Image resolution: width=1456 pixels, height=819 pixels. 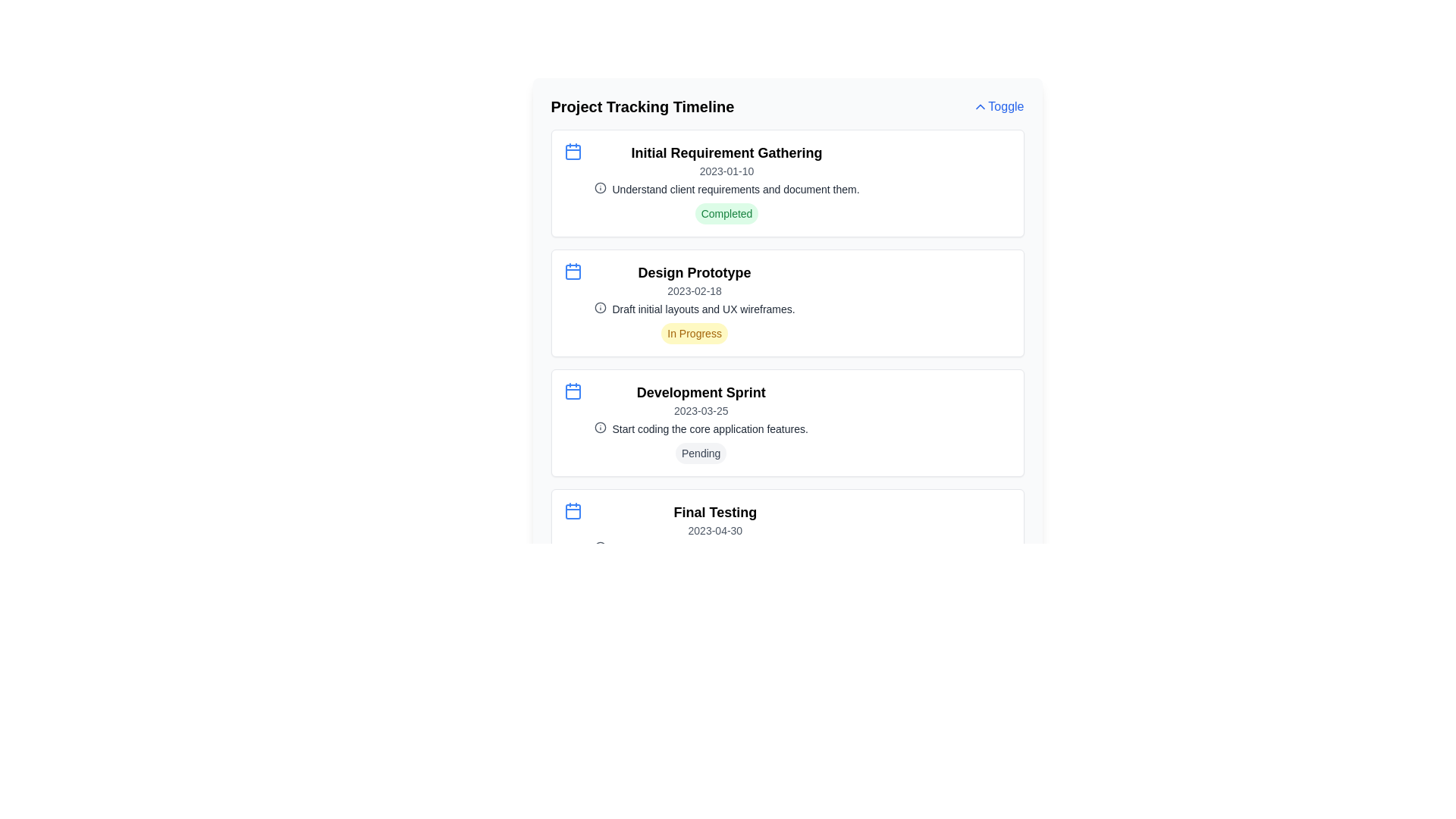 What do you see at coordinates (714, 573) in the screenshot?
I see `the status indicator badge for the 'Final Testing' task, which currently displays 'Pending'` at bounding box center [714, 573].